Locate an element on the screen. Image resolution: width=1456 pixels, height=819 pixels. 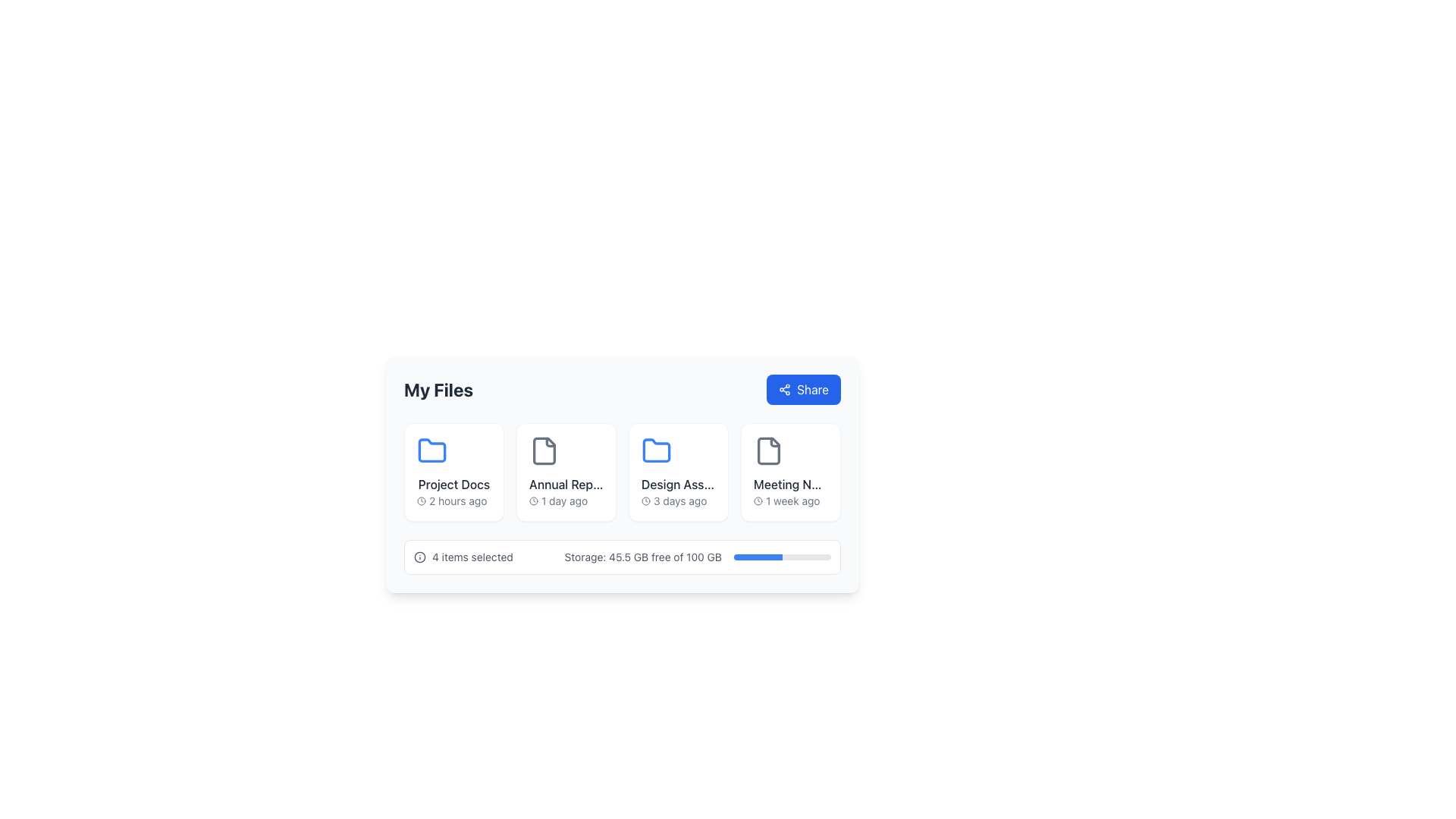
displayed time indicator '1 day ago' from the text label with a clock icon located in the bottom-right corner of the 'Annual Report.pdf' card is located at coordinates (566, 500).